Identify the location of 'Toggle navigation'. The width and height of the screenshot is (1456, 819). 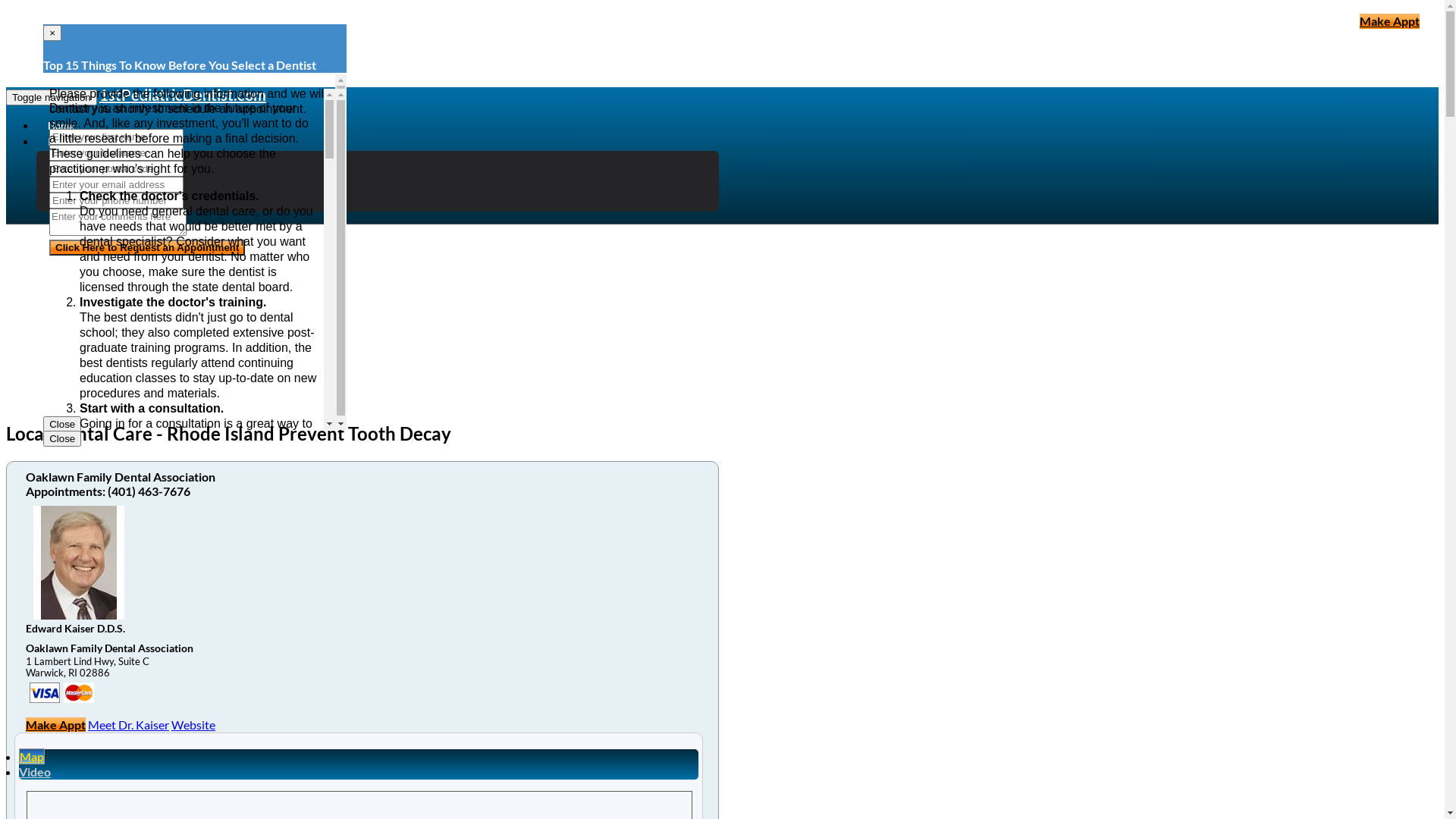
(51, 97).